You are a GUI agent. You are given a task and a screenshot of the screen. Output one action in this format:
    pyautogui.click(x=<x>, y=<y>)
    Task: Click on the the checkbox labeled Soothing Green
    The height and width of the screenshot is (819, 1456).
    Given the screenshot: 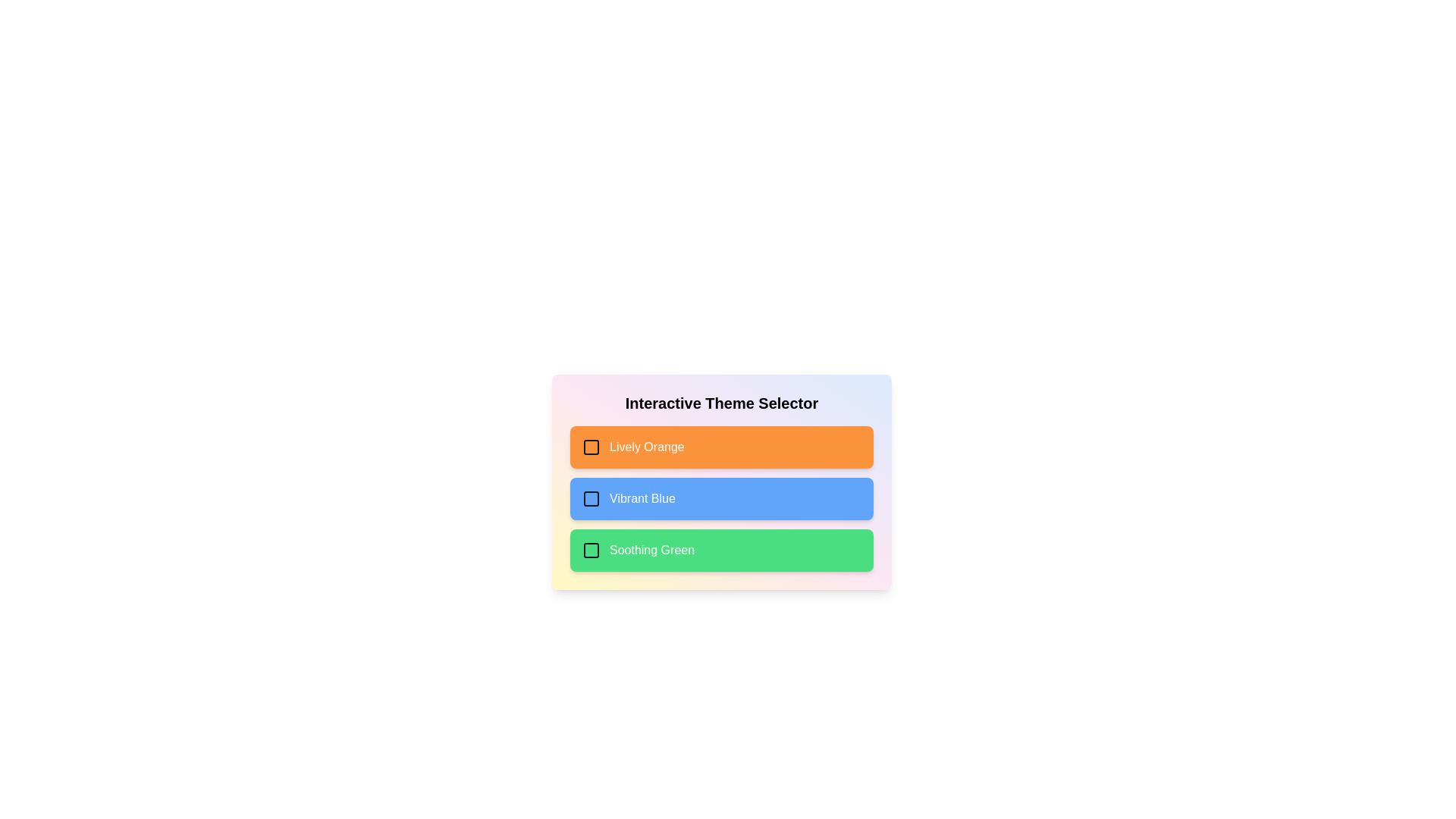 What is the action you would take?
    pyautogui.click(x=590, y=550)
    